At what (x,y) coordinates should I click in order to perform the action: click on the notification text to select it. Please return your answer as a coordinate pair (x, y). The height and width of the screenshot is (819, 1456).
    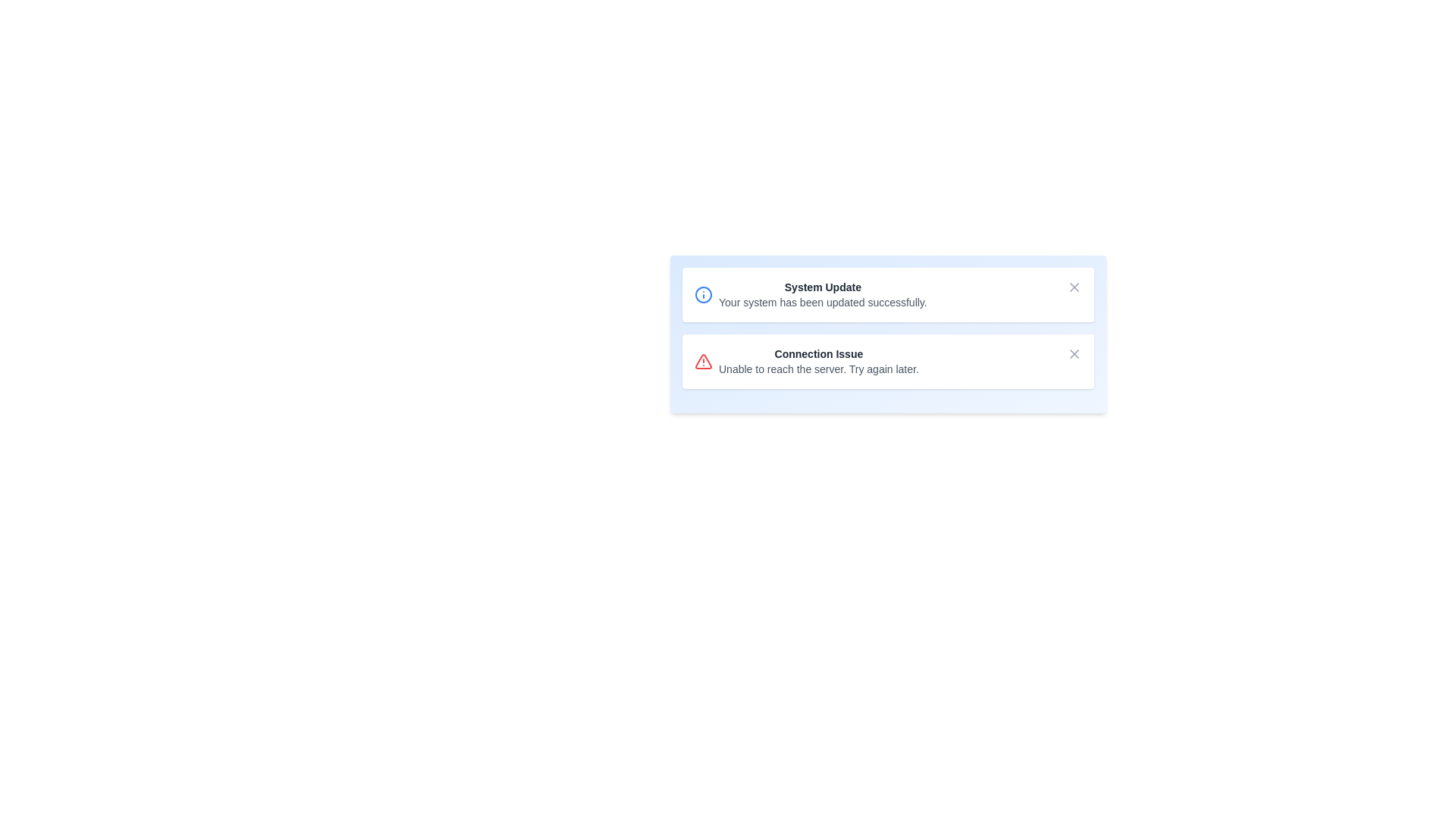
    Looking at the image, I should click on (821, 295).